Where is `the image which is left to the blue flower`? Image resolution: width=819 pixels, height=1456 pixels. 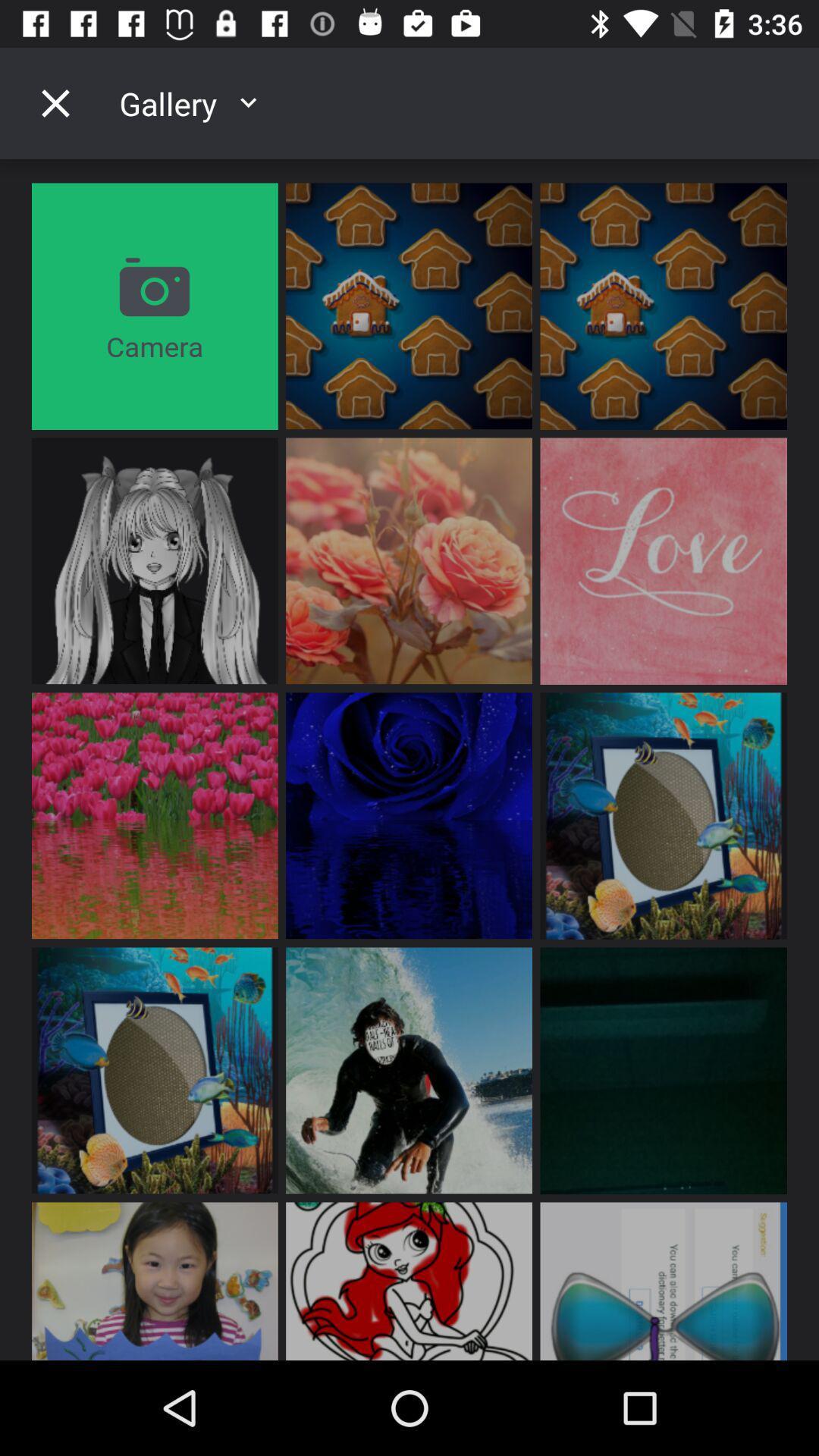 the image which is left to the blue flower is located at coordinates (155, 814).